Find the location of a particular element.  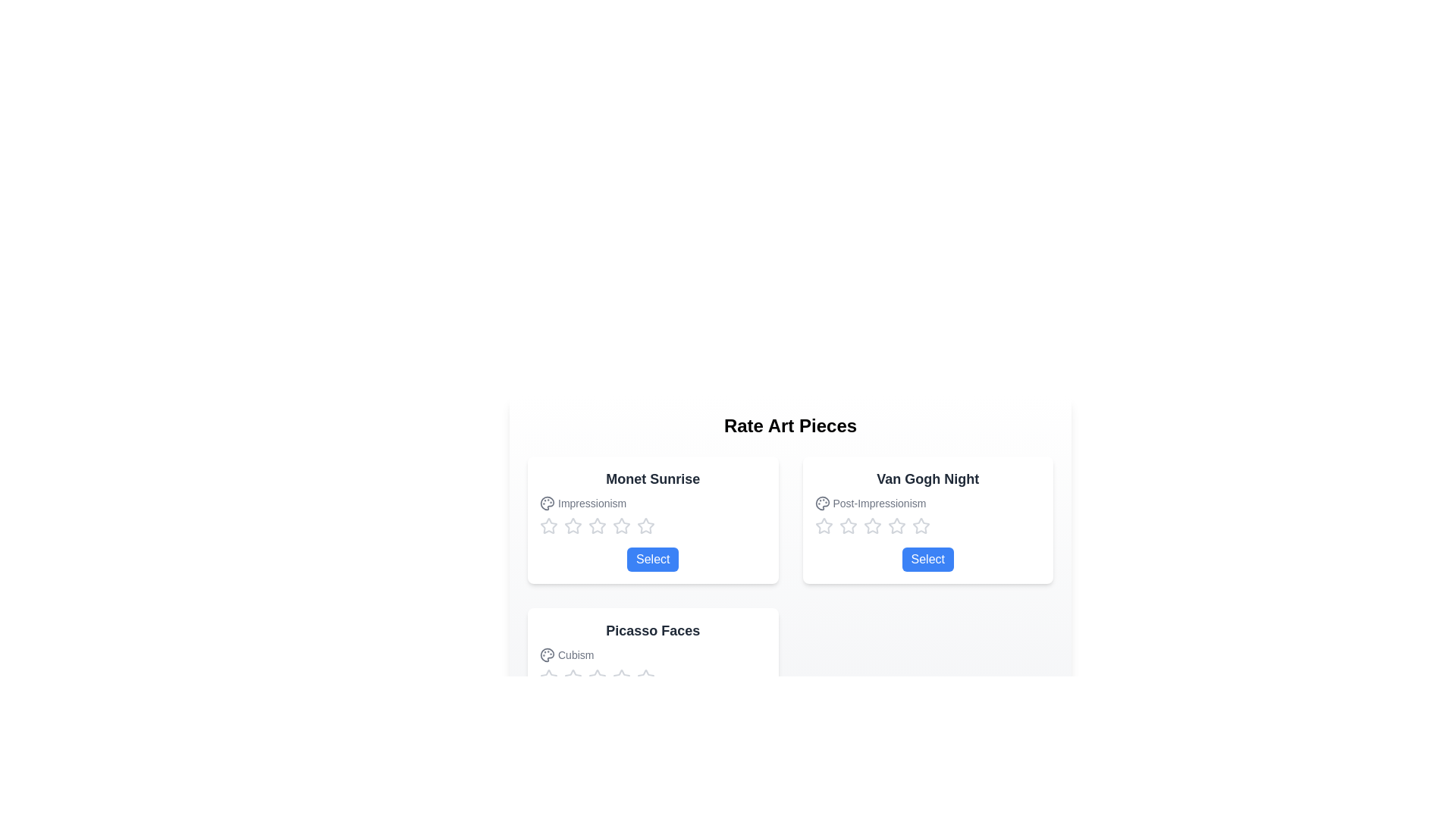

the fourth star icon in the rating system for 'Van Gogh Night' to give a rating is located at coordinates (896, 526).